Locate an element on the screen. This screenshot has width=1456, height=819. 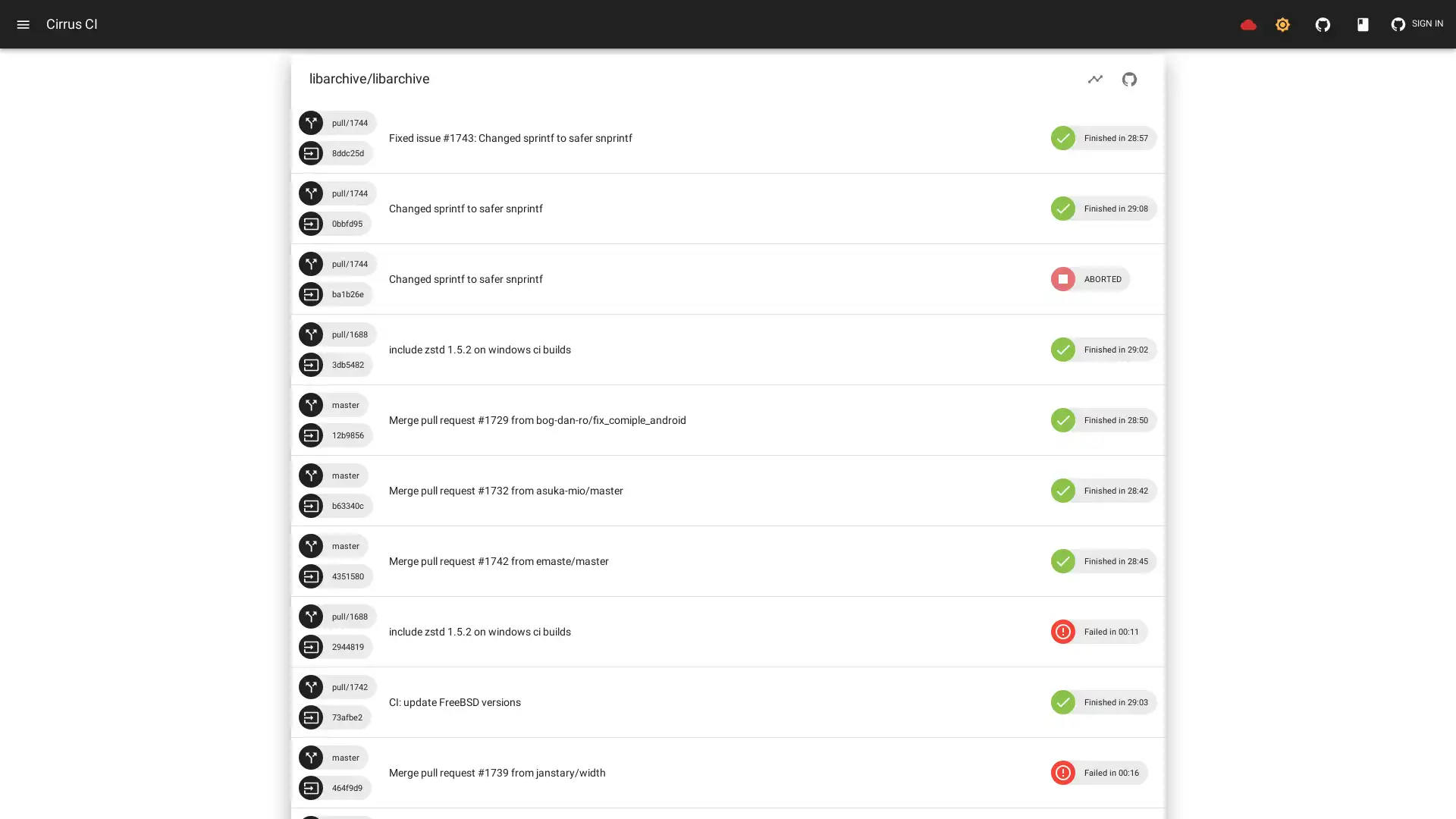
master is located at coordinates (333, 475).